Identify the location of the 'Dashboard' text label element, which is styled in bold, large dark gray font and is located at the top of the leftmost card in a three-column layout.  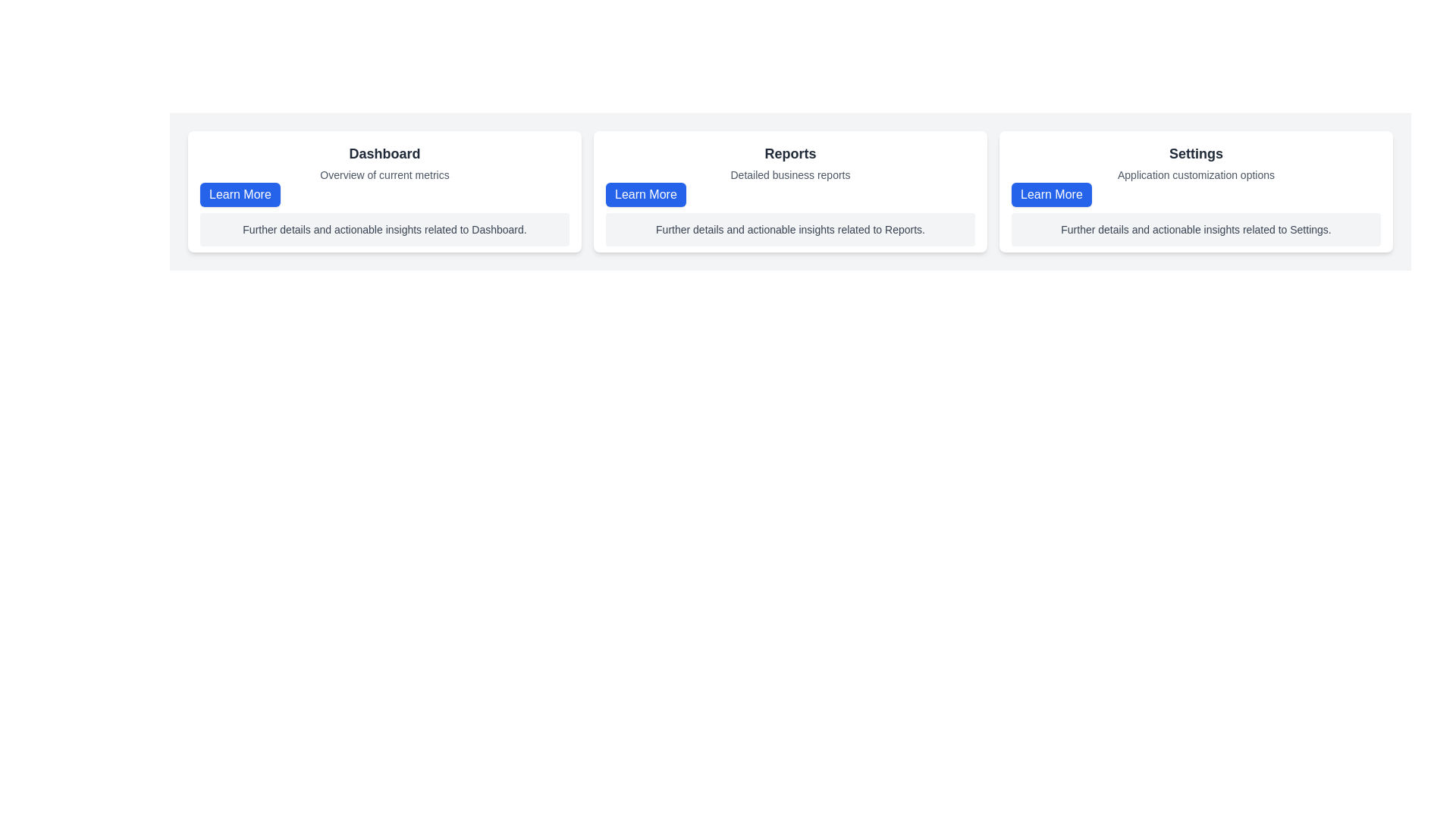
(384, 154).